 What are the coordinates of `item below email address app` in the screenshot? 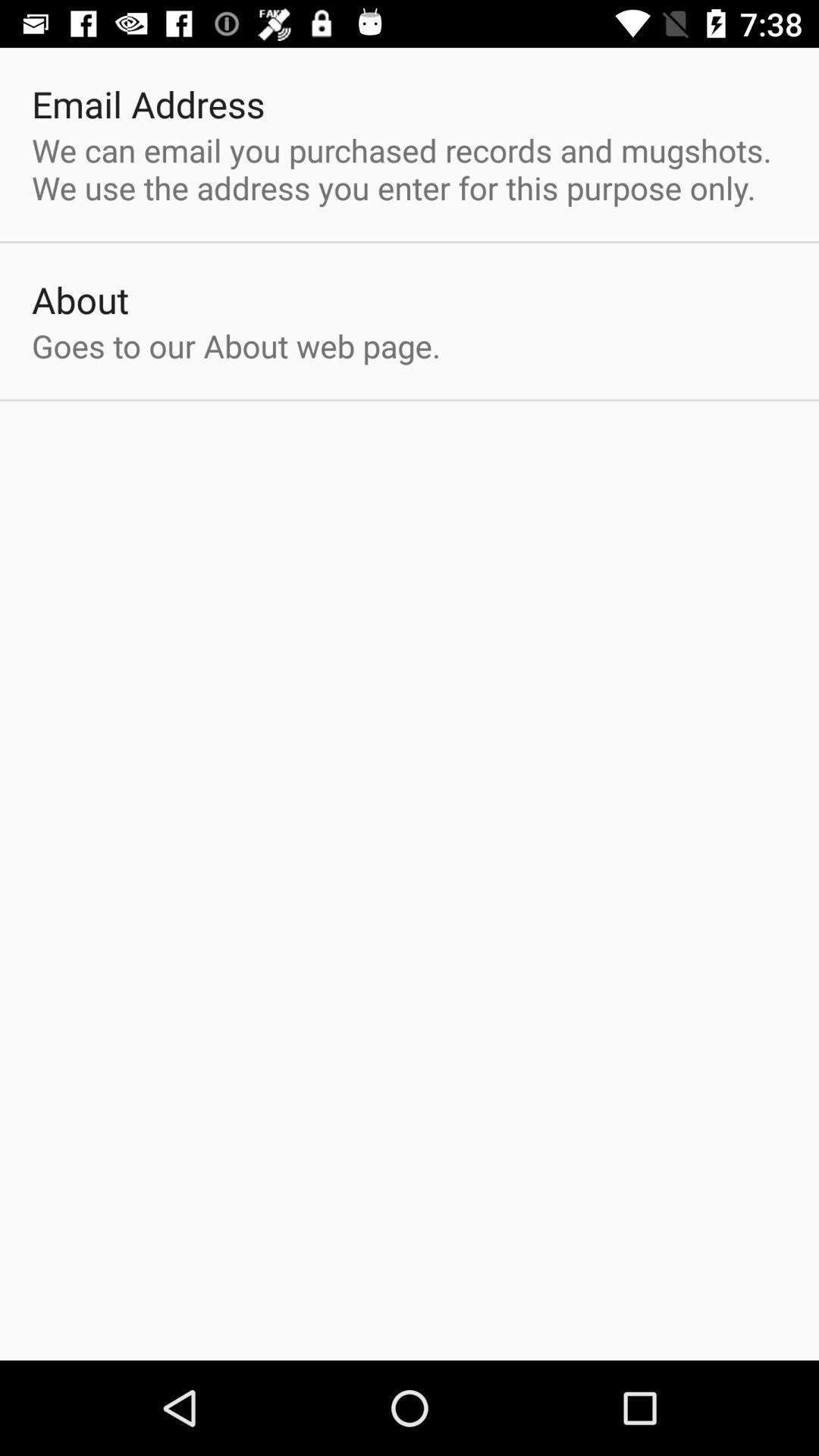 It's located at (409, 168).